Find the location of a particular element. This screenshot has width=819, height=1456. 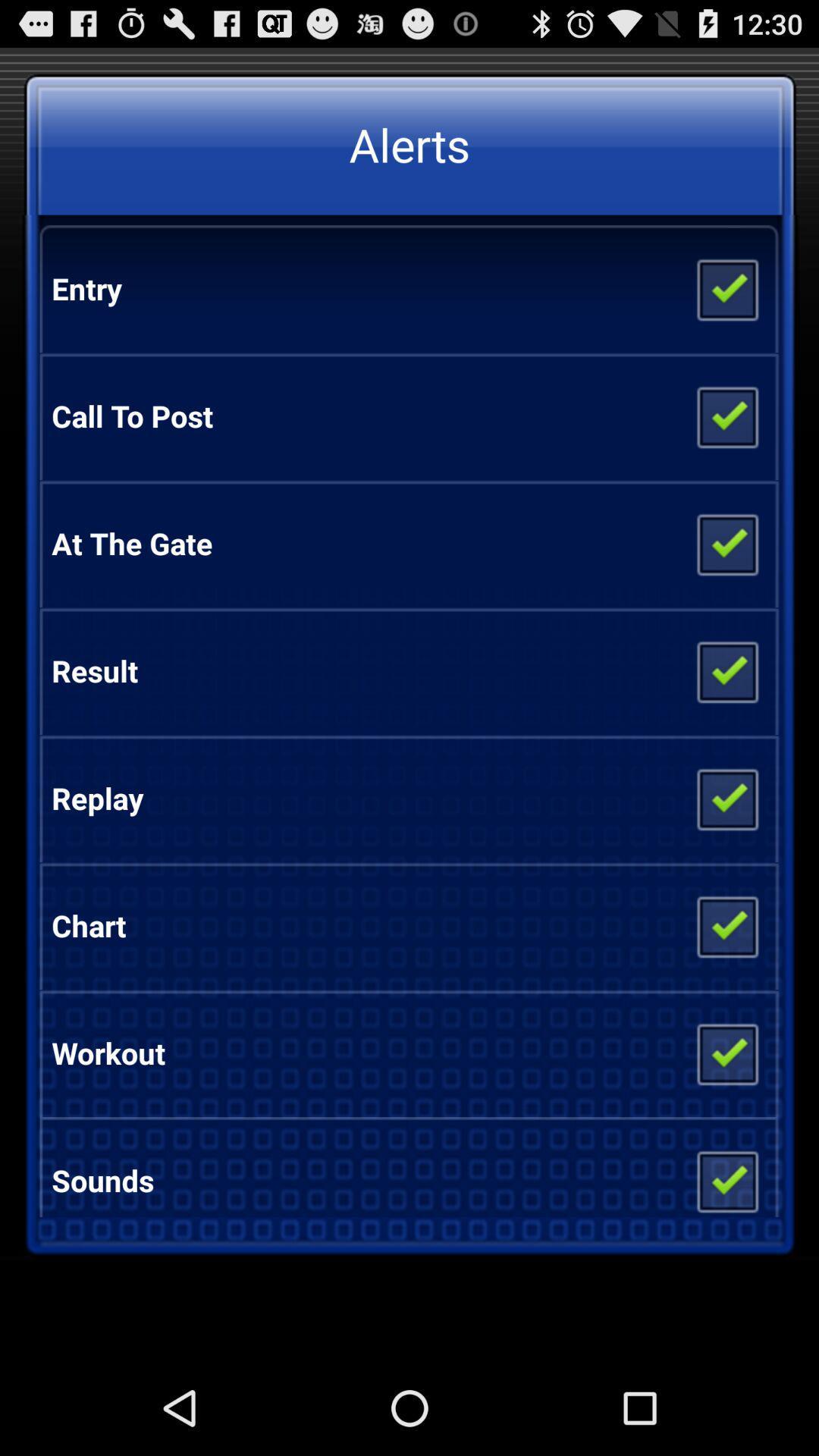

checked box is located at coordinates (726, 416).